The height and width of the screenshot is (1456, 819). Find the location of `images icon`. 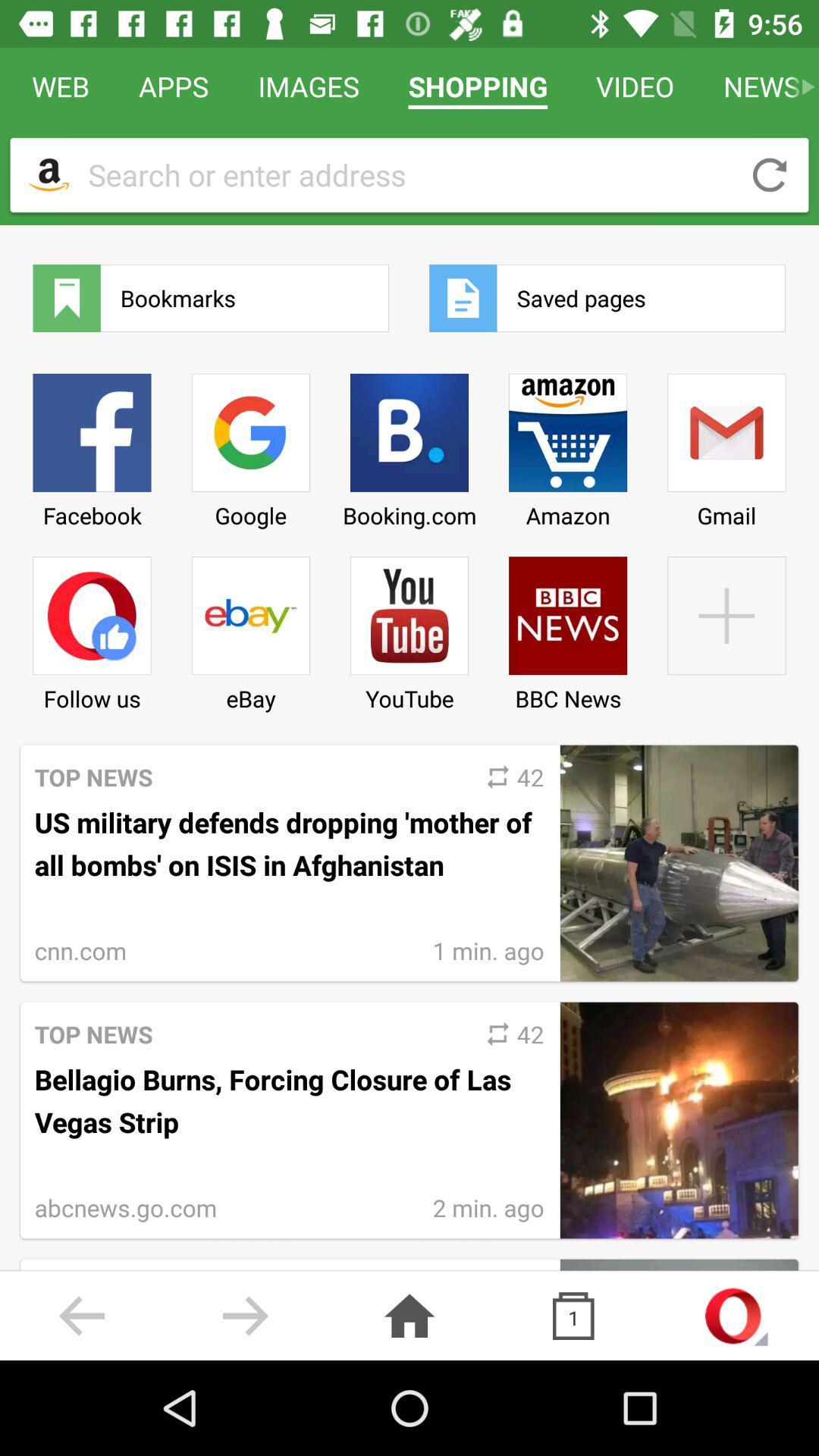

images icon is located at coordinates (308, 86).